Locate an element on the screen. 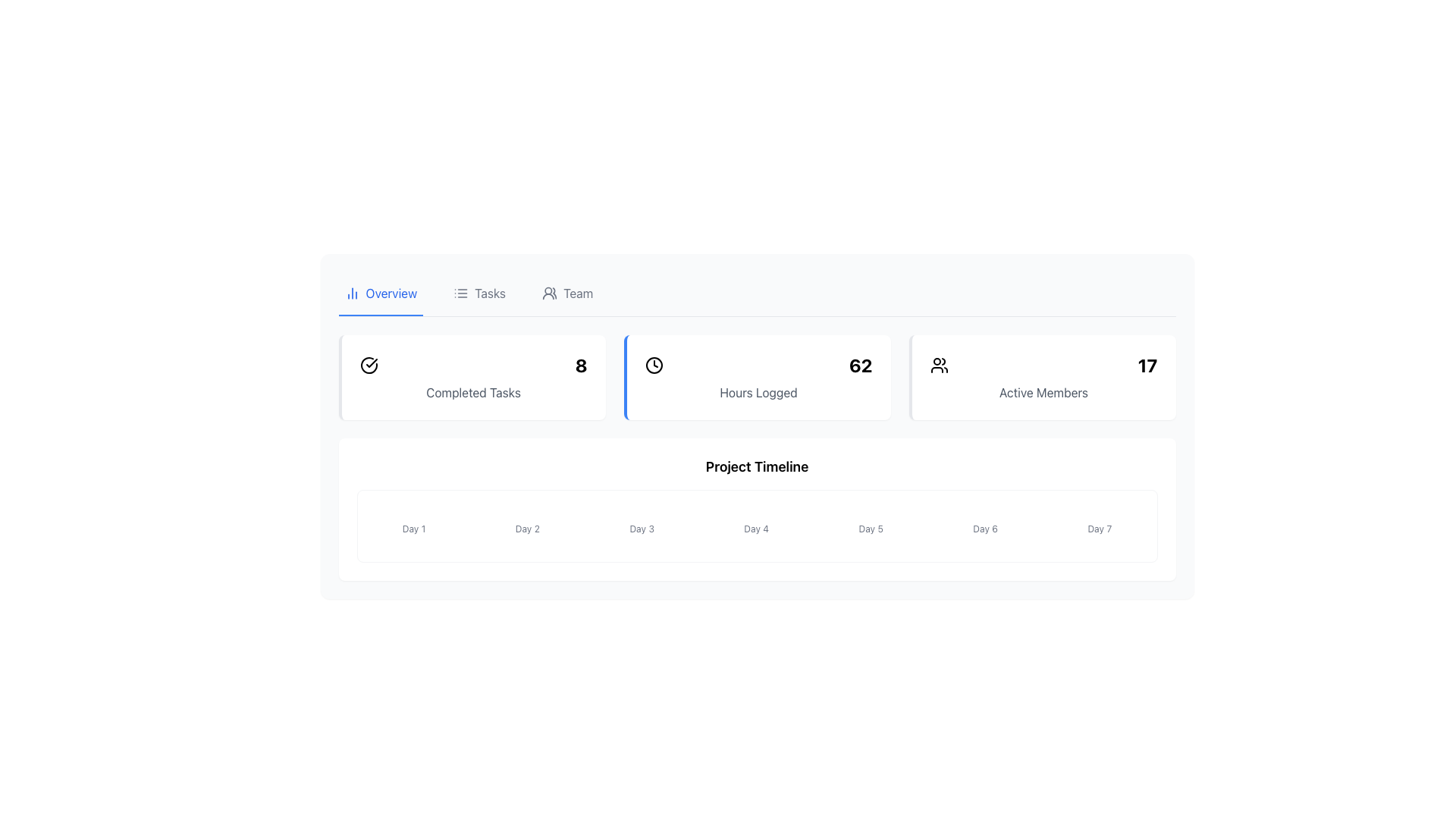 The image size is (1456, 819). the 'Completed Tasks' label, which is styled with gray color and smaller font size, located at the bottom of a card component beneath the large number '8' is located at coordinates (472, 391).